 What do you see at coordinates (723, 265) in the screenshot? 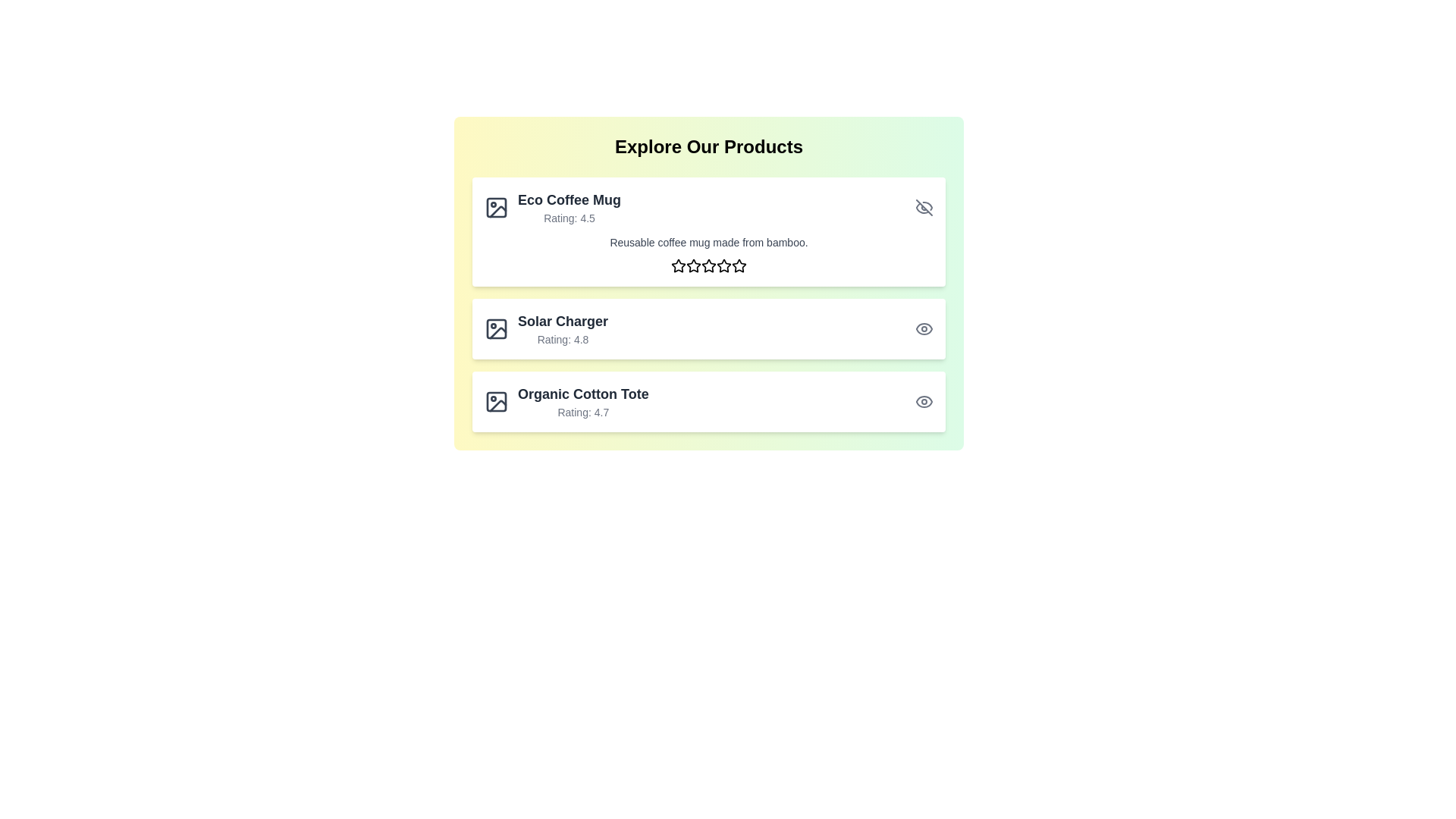
I see `the rating to 4 stars by clicking on the corresponding star icon` at bounding box center [723, 265].